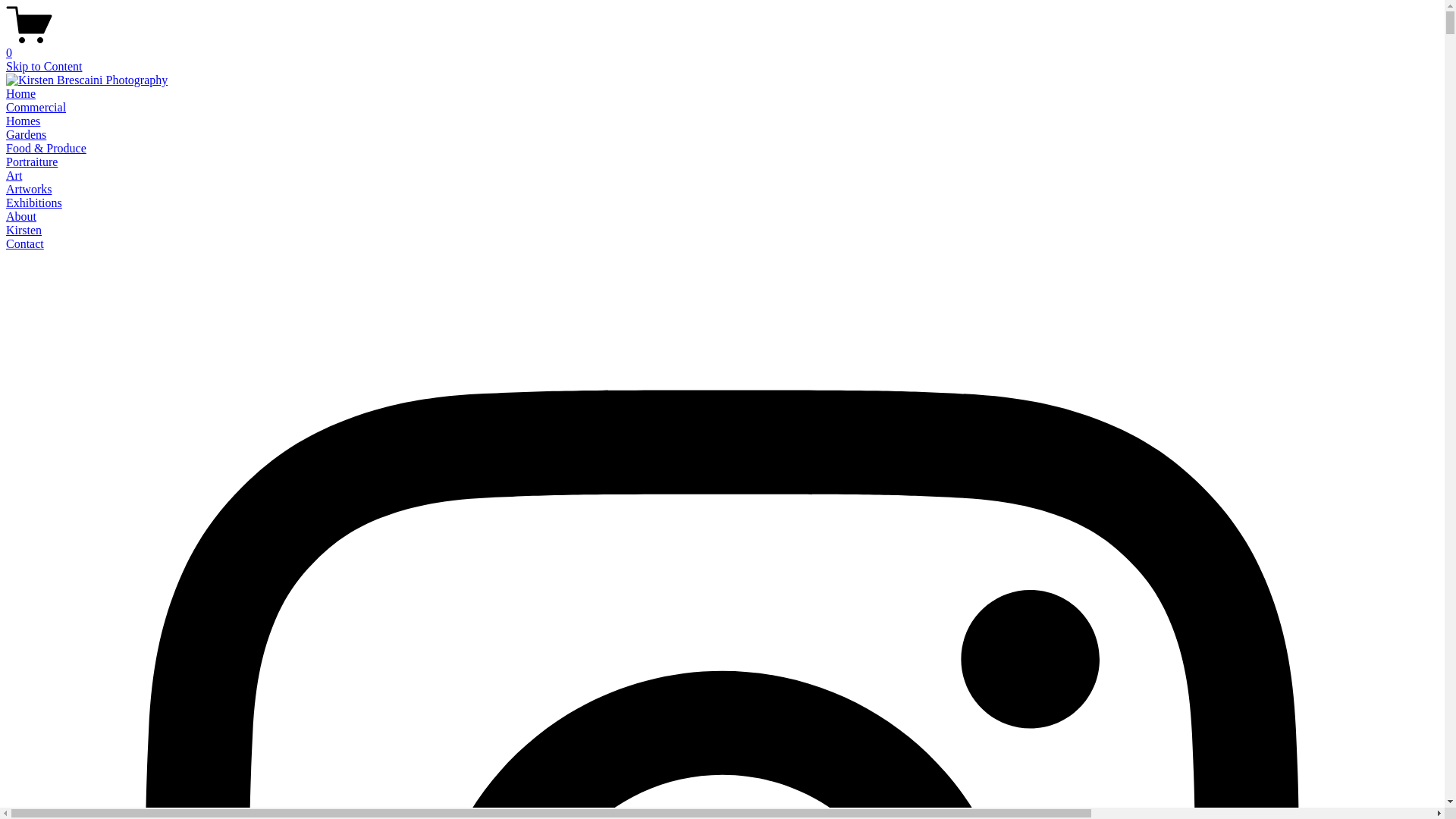 This screenshot has height=819, width=1456. Describe the element at coordinates (6, 106) in the screenshot. I see `'Commercial'` at that location.